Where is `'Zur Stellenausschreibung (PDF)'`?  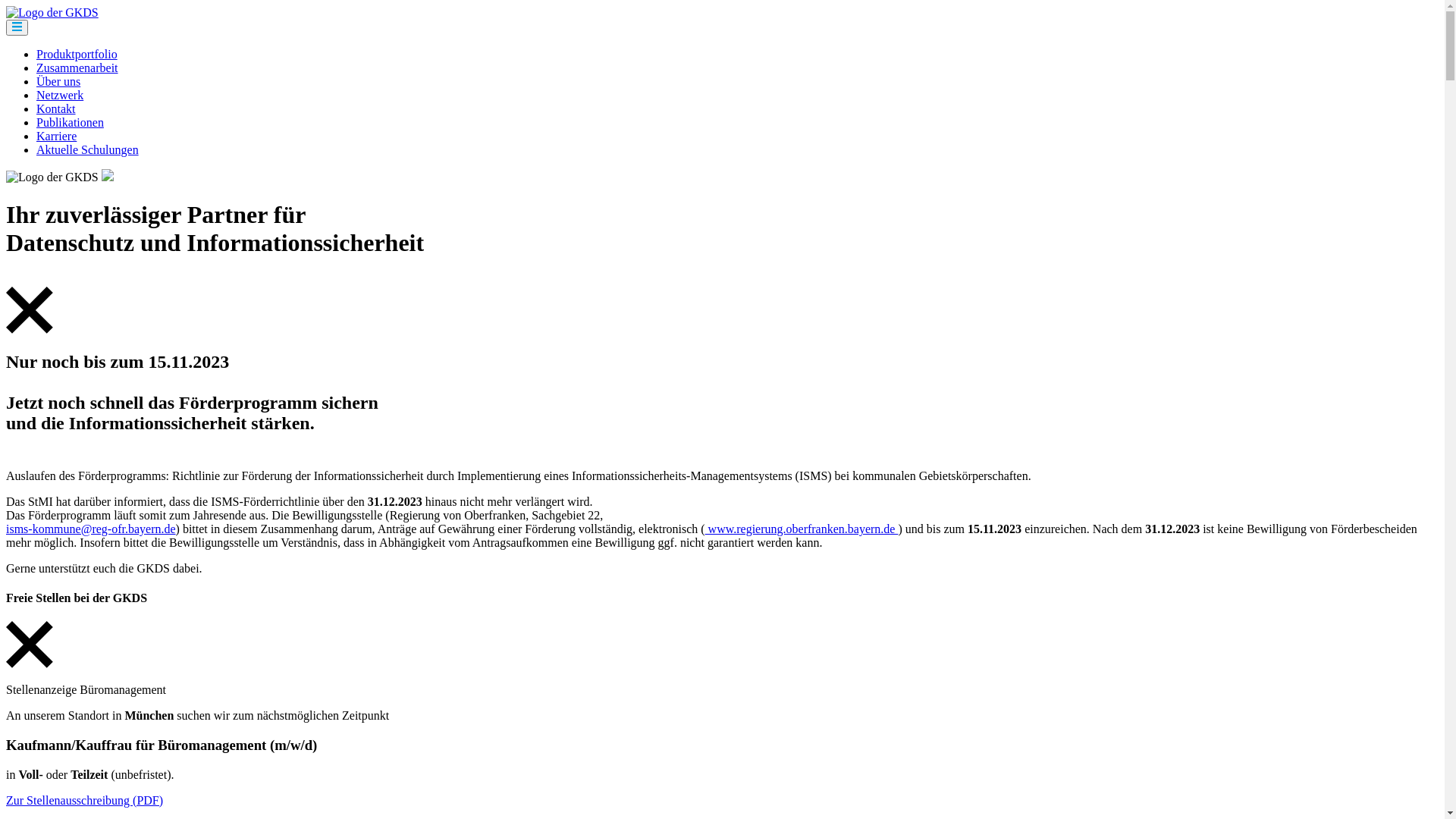
'Zur Stellenausschreibung (PDF)' is located at coordinates (83, 799).